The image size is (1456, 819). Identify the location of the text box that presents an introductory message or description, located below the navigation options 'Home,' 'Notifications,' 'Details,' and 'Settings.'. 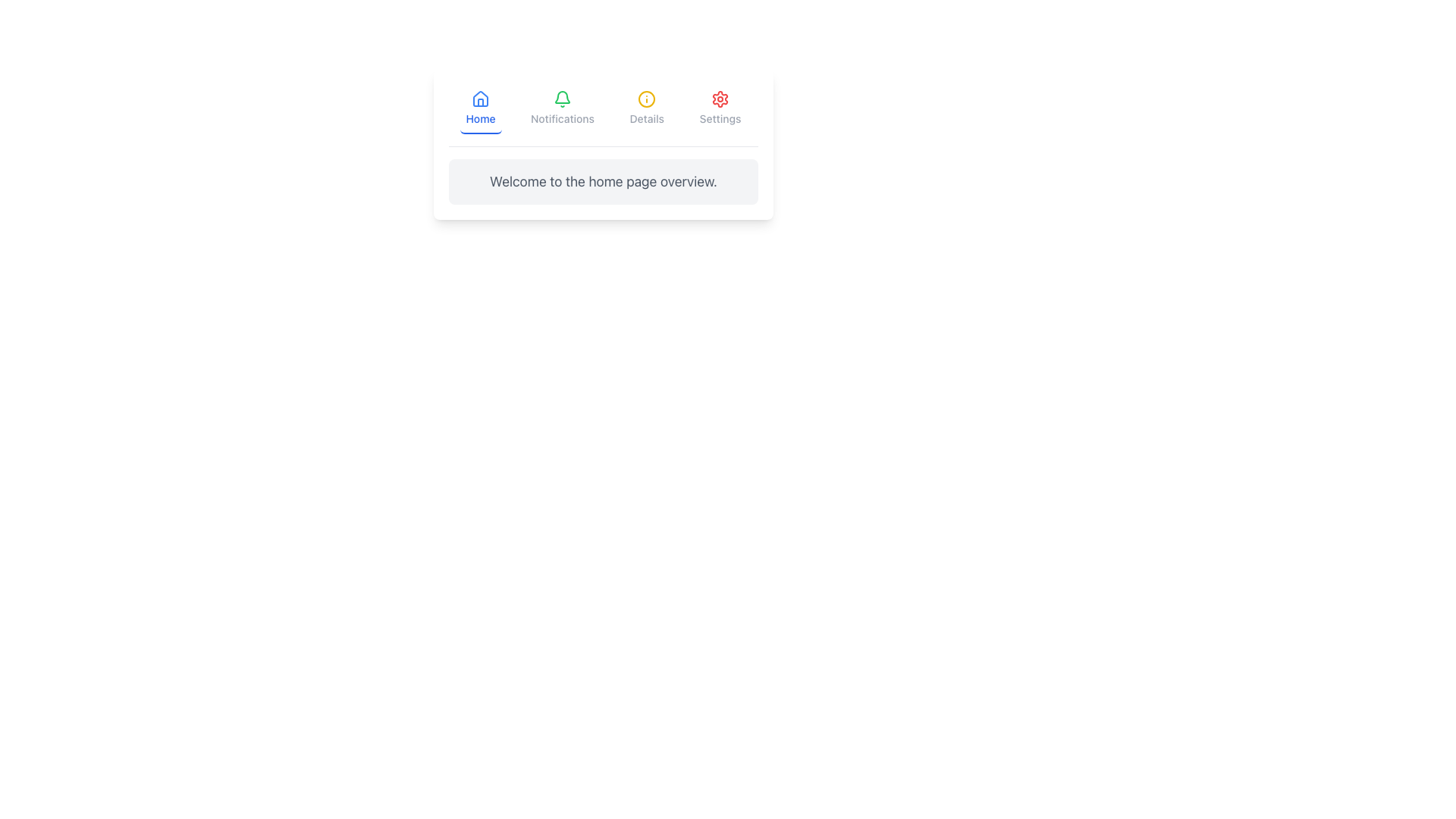
(603, 180).